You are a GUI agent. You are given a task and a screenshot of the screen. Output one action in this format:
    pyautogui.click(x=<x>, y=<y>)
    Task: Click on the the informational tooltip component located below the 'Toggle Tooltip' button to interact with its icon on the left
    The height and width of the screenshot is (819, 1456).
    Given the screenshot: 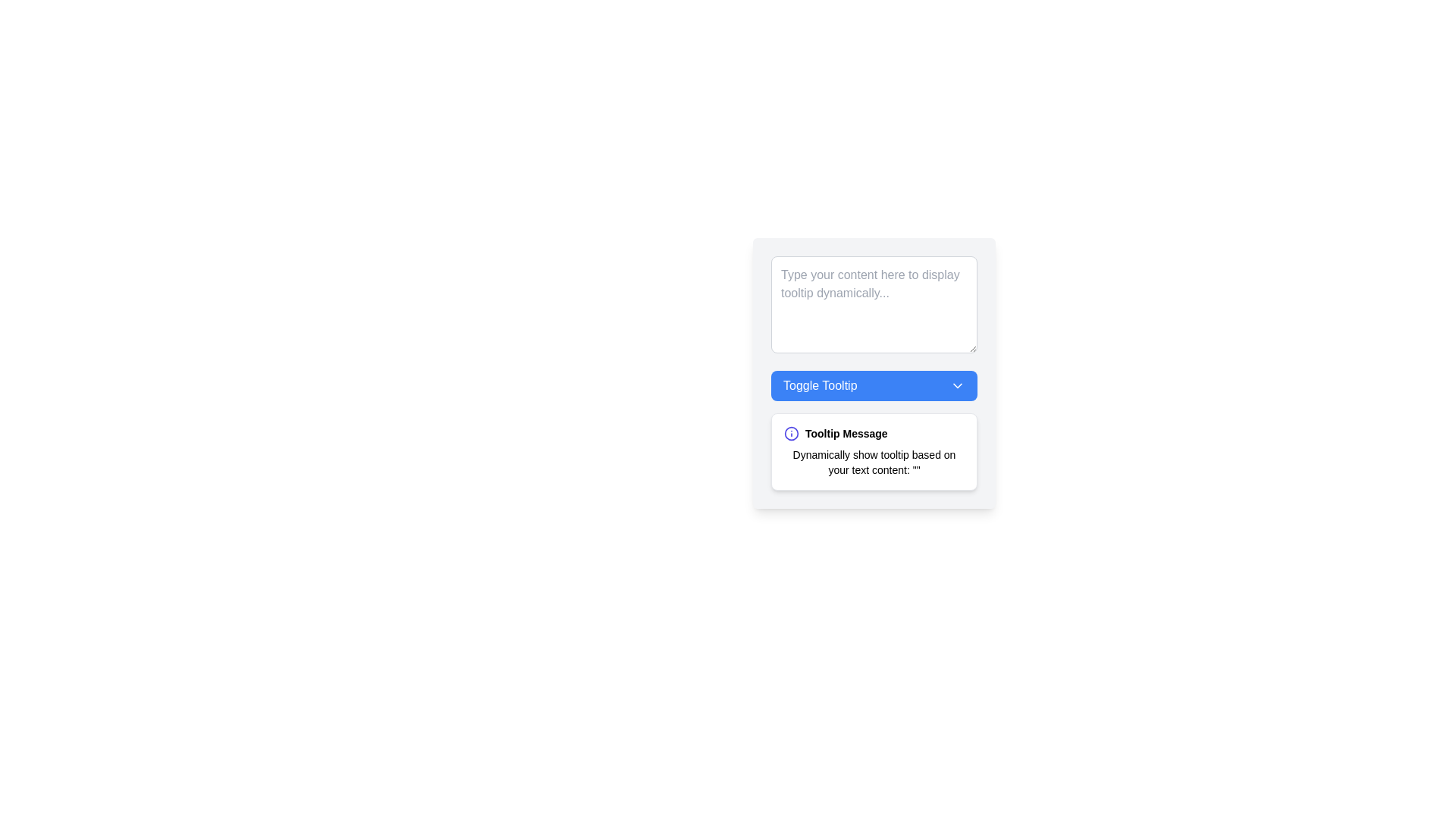 What is the action you would take?
    pyautogui.click(x=874, y=451)
    